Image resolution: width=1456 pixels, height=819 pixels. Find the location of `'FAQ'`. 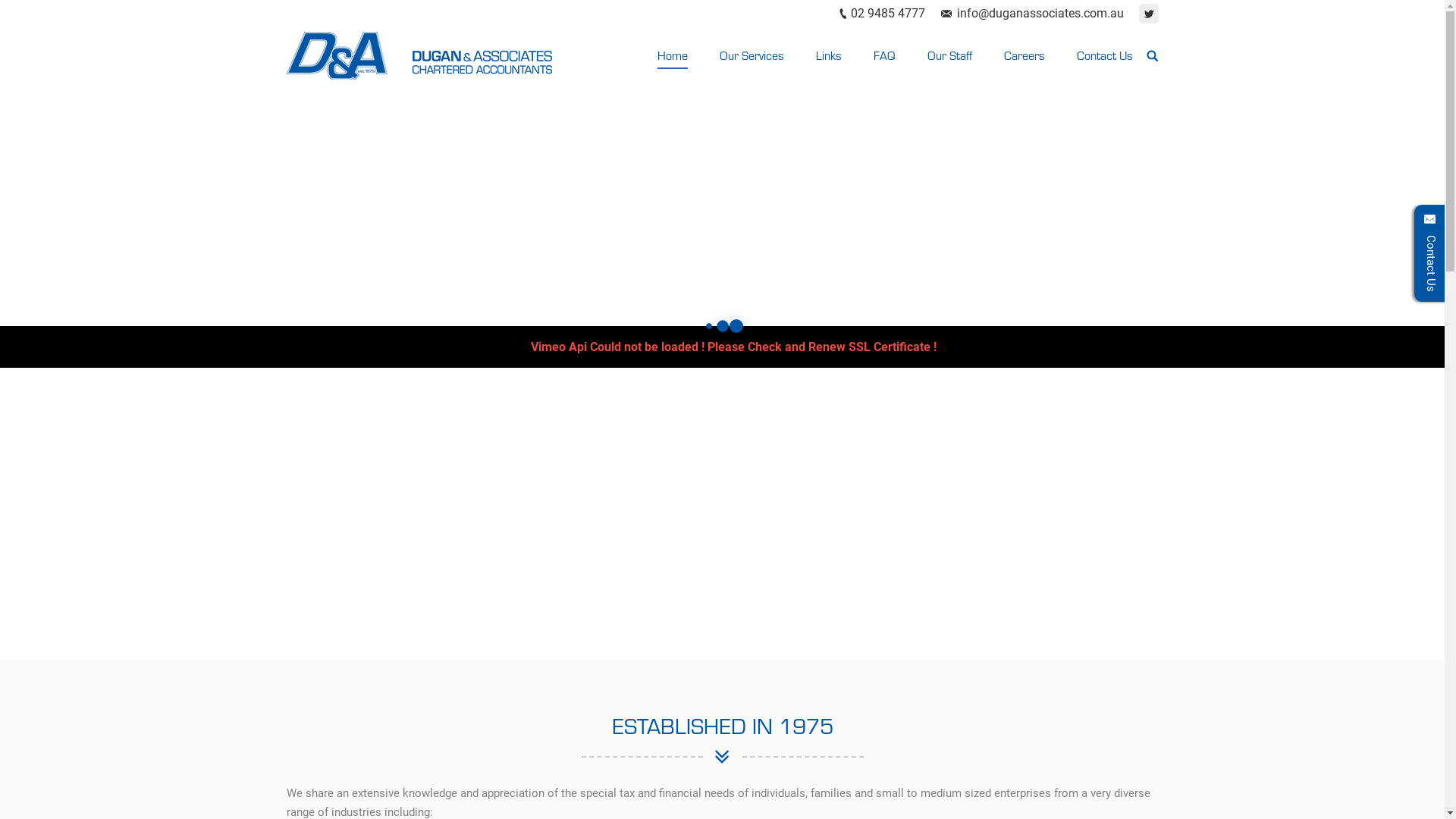

'FAQ' is located at coordinates (886, 55).